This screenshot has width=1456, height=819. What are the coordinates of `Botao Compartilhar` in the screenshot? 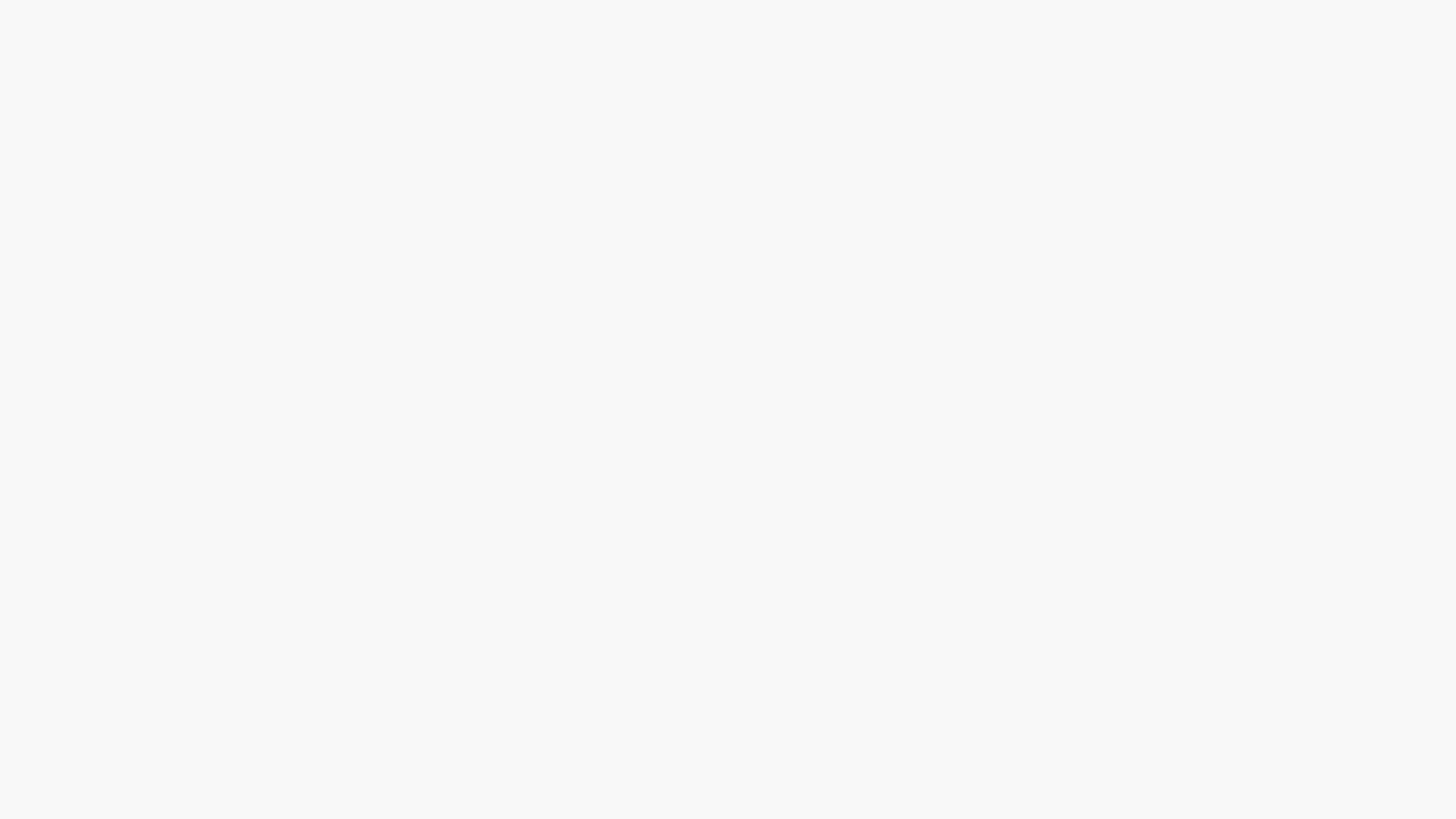 It's located at (786, 752).